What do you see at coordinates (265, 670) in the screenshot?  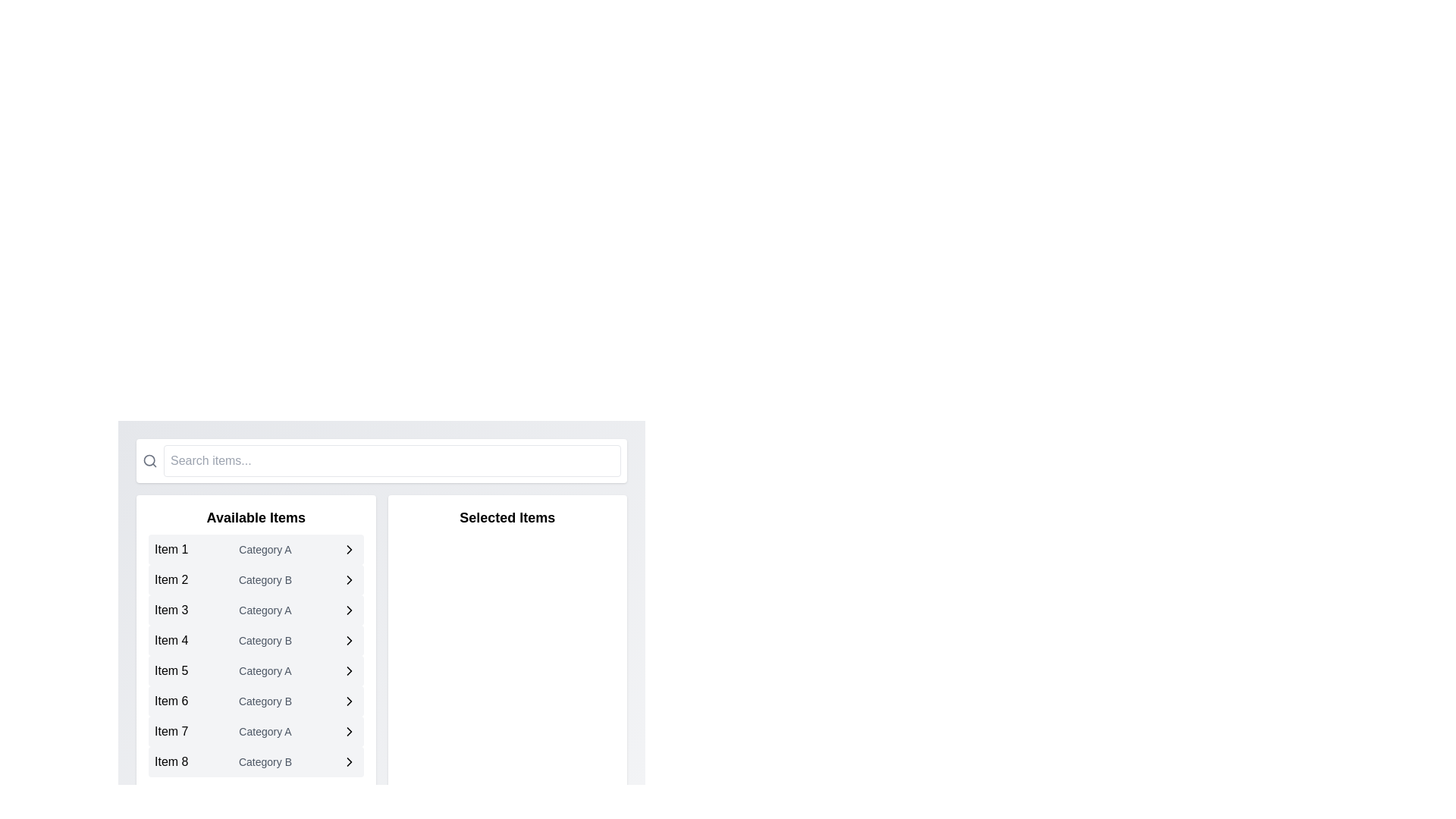 I see `the text label displaying 'Category A', which is styled in a smaller gray font and positioned below 'Item 5' within the 'Available Items' list` at bounding box center [265, 670].